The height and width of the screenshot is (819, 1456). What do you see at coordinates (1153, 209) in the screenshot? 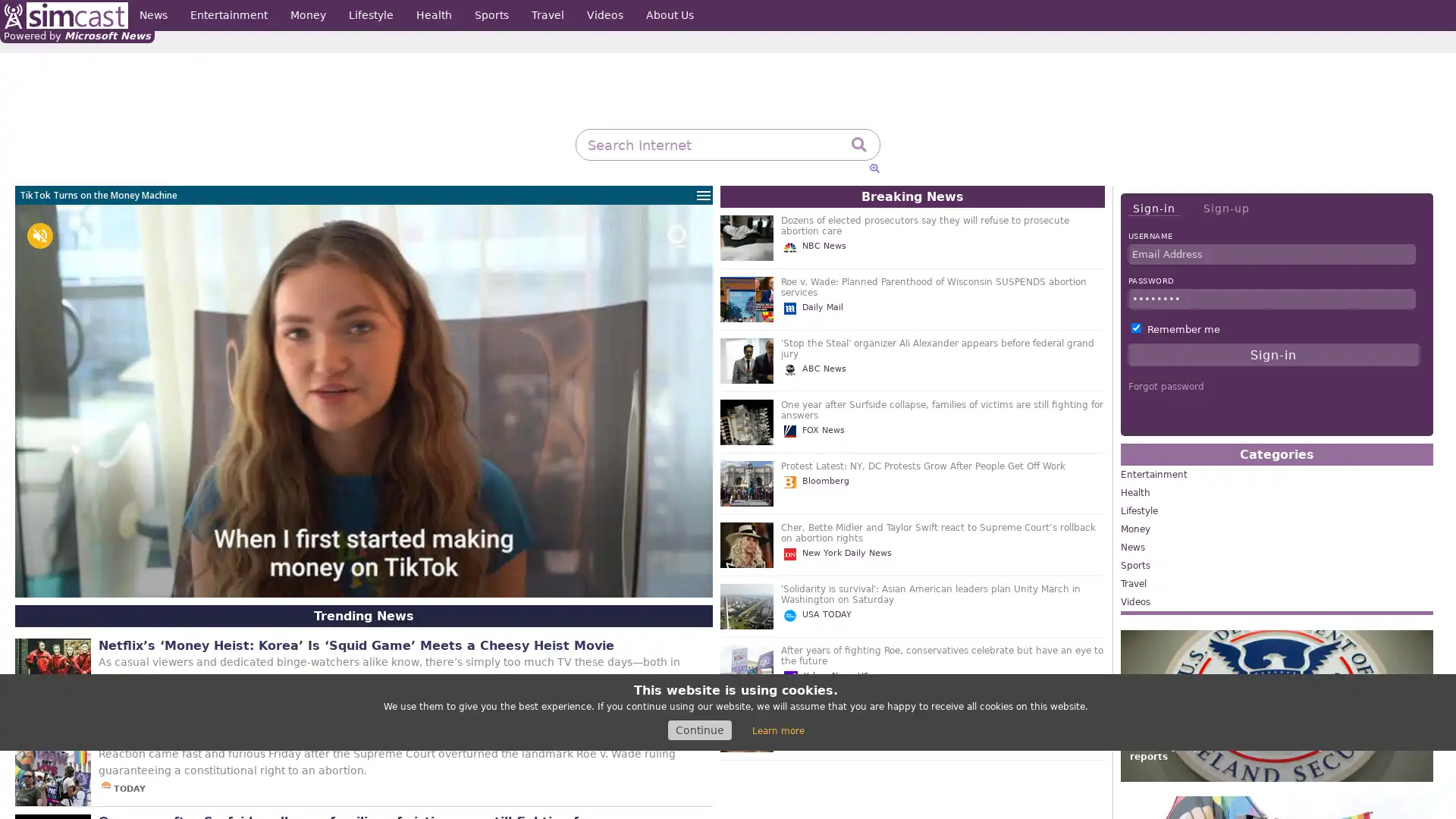
I see `Sign-in` at bounding box center [1153, 209].